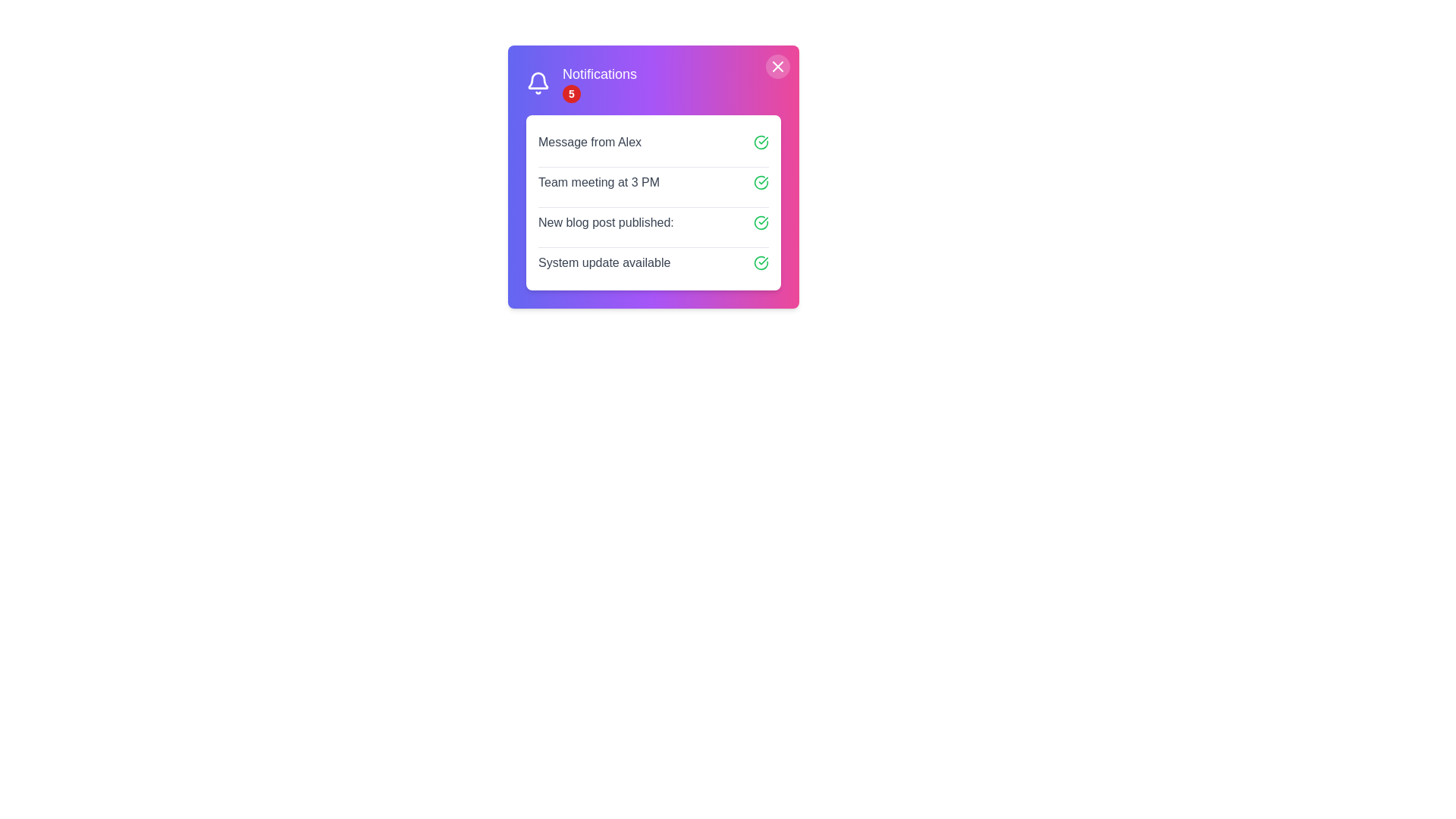  Describe the element at coordinates (778, 66) in the screenshot. I see `the close button located in the top-right corner of the notification card to observe a visual effect` at that location.